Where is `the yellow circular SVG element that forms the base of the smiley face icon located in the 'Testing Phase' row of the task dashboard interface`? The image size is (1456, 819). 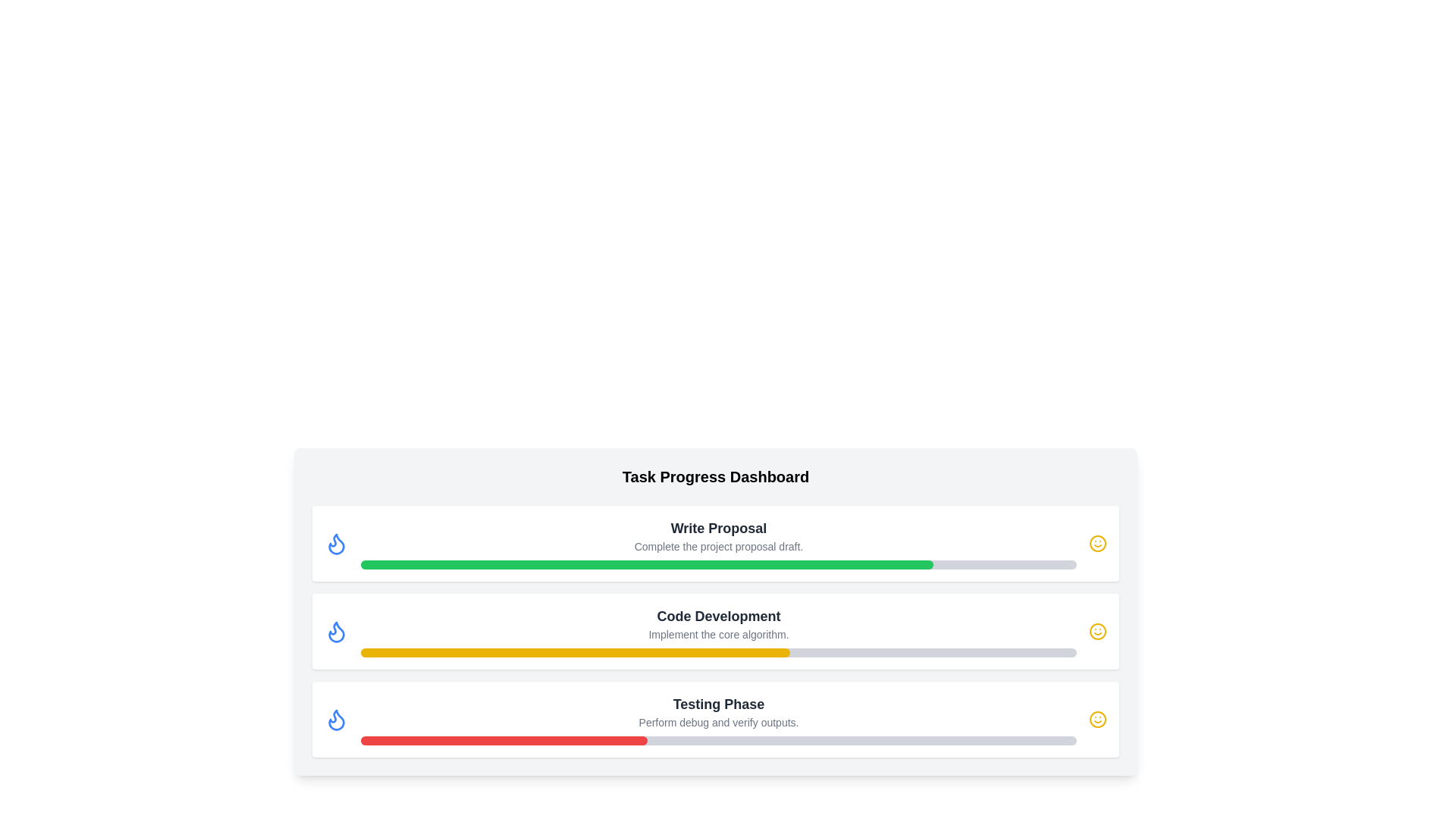 the yellow circular SVG element that forms the base of the smiley face icon located in the 'Testing Phase' row of the task dashboard interface is located at coordinates (1098, 543).